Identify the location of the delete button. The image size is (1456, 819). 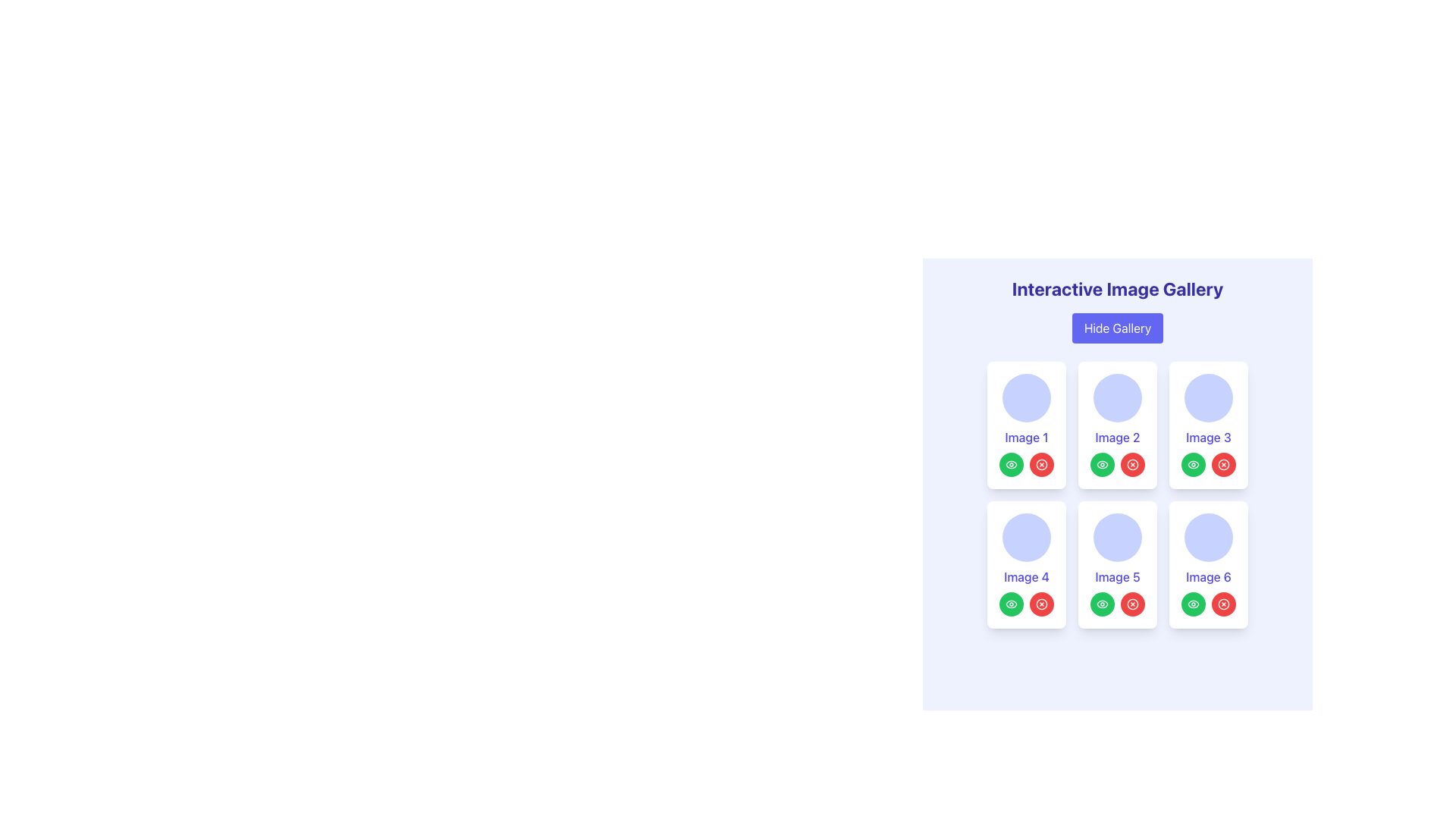
(1132, 464).